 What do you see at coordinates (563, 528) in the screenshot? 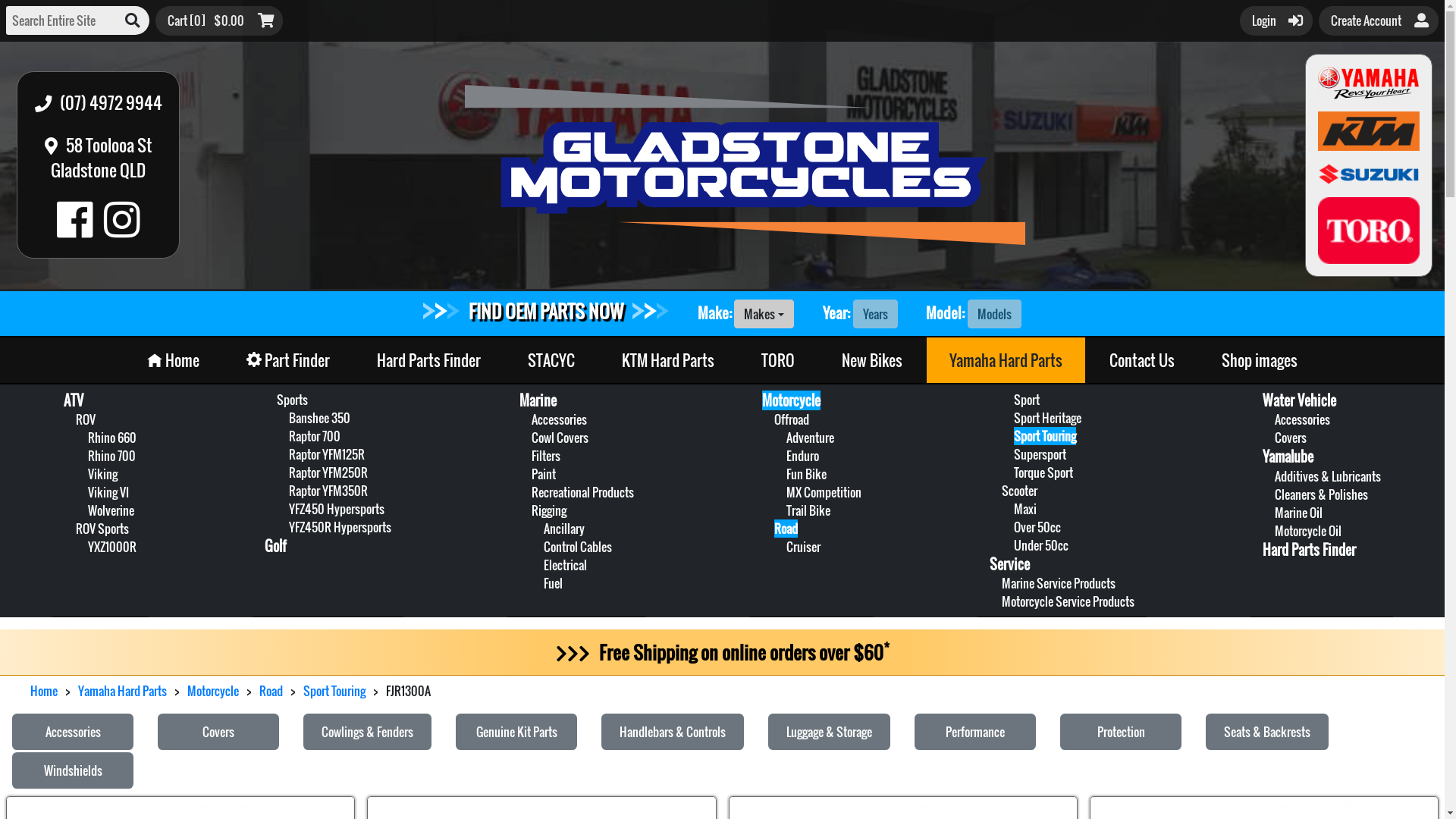
I see `'Ancillary'` at bounding box center [563, 528].